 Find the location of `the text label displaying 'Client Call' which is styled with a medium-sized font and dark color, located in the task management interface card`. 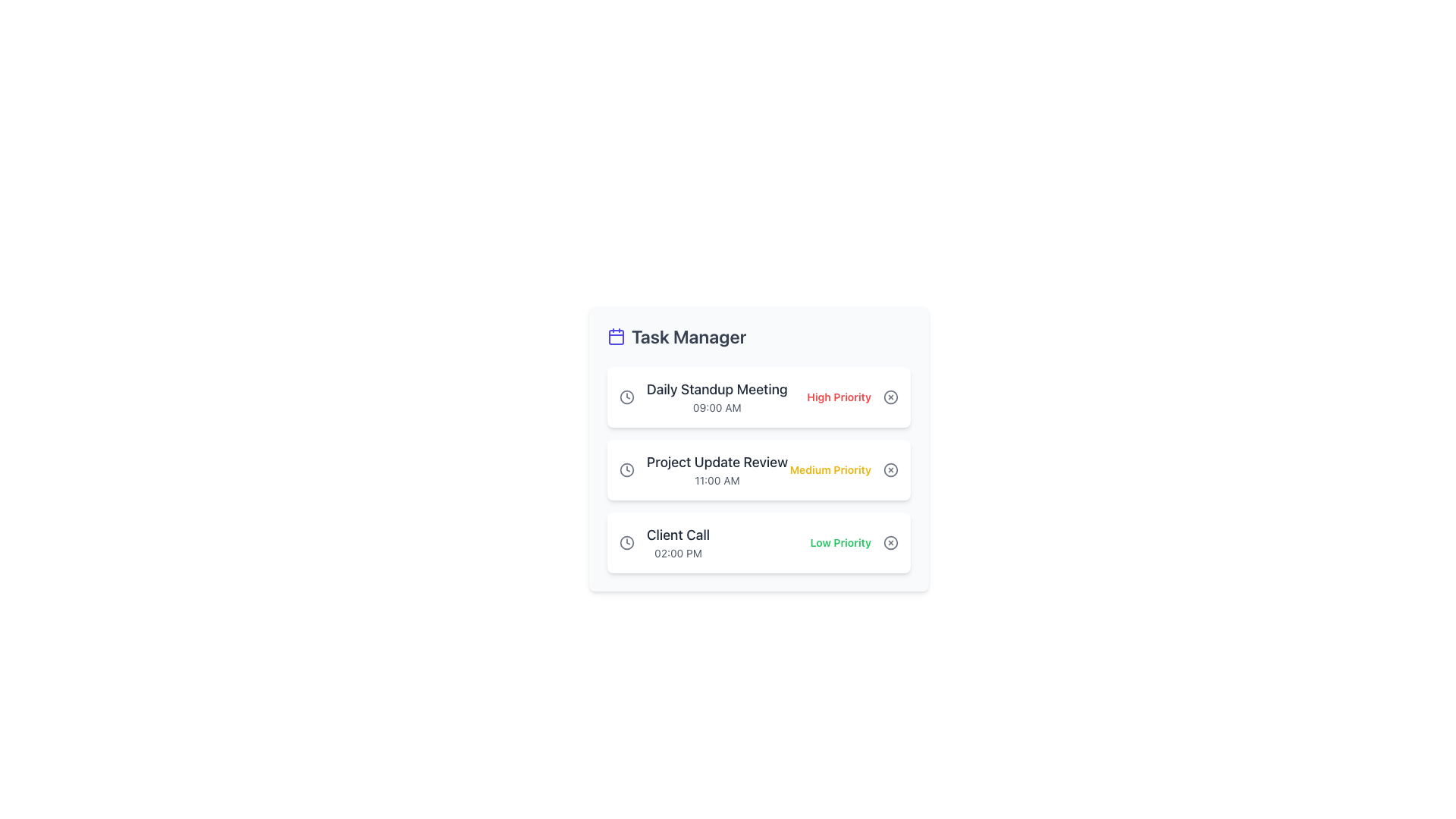

the text label displaying 'Client Call' which is styled with a medium-sized font and dark color, located in the task management interface card is located at coordinates (677, 534).